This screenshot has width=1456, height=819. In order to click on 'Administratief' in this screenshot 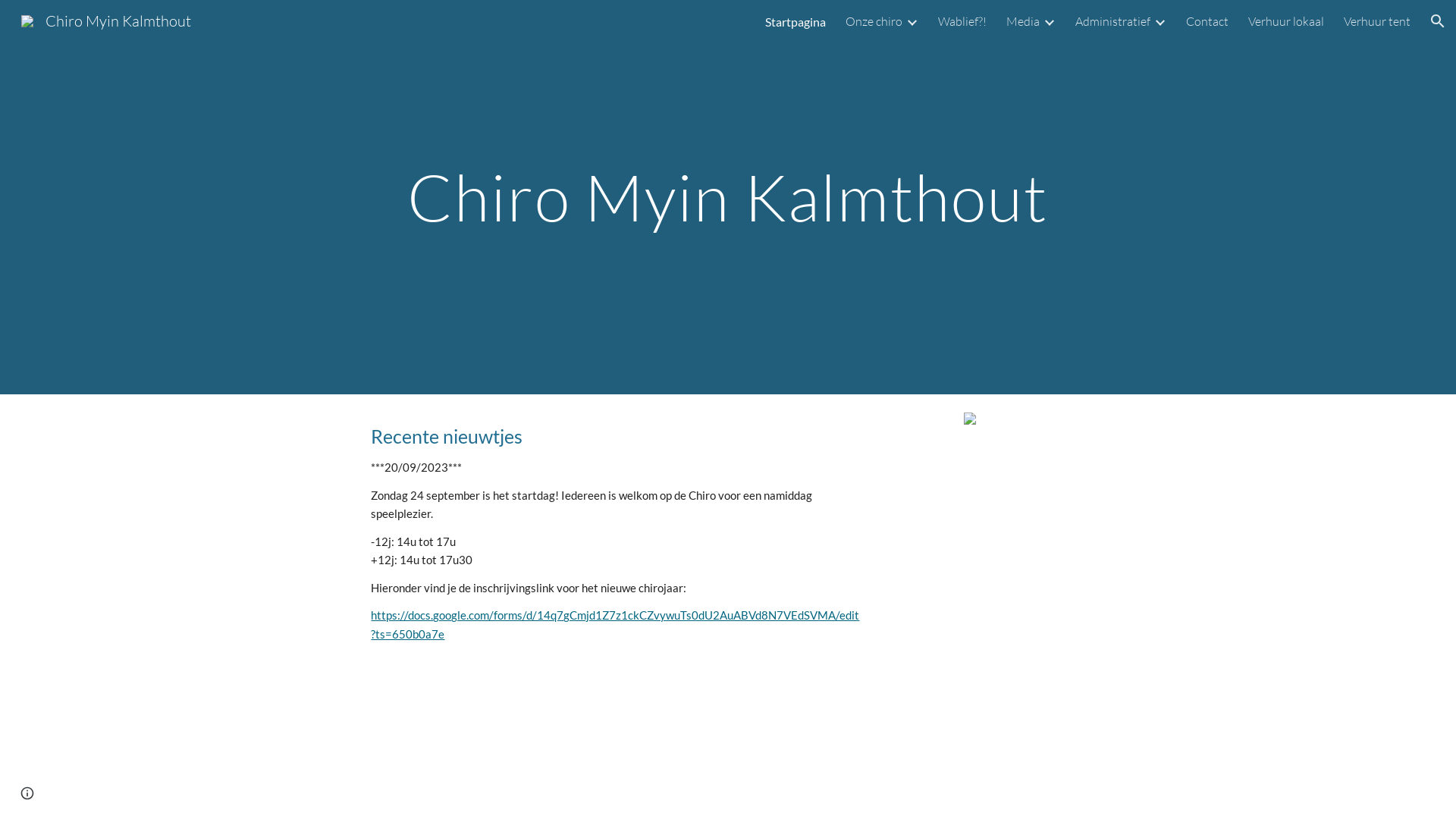, I will do `click(1074, 20)`.